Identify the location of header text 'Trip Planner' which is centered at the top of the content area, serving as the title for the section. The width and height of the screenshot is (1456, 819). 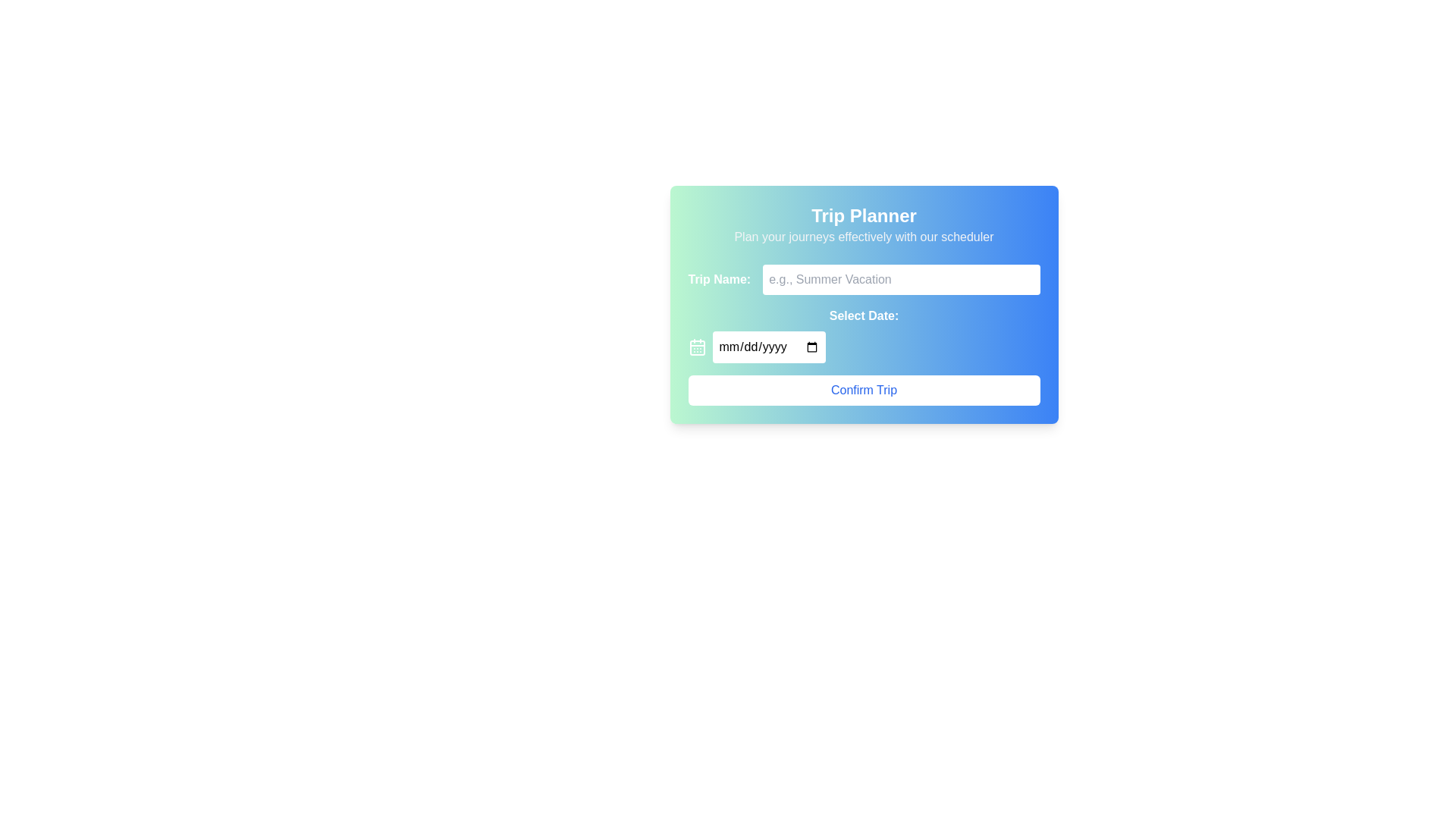
(864, 216).